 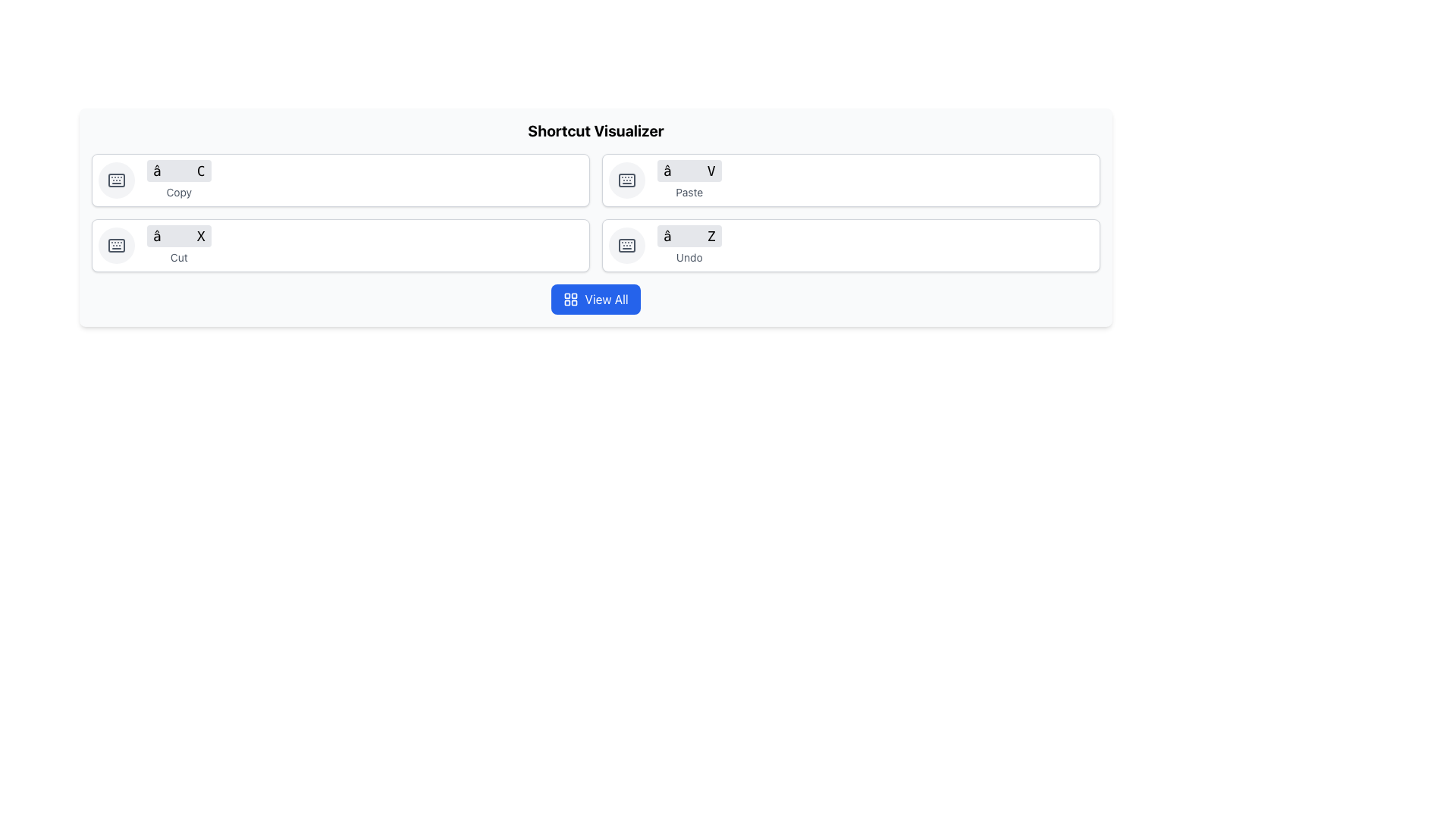 I want to click on the static text label that describes the keyboard shortcut 'Cut' located below the shortcut indicator '⌘ X' in the second row of the shortcut visualizer interface, so click(x=179, y=256).